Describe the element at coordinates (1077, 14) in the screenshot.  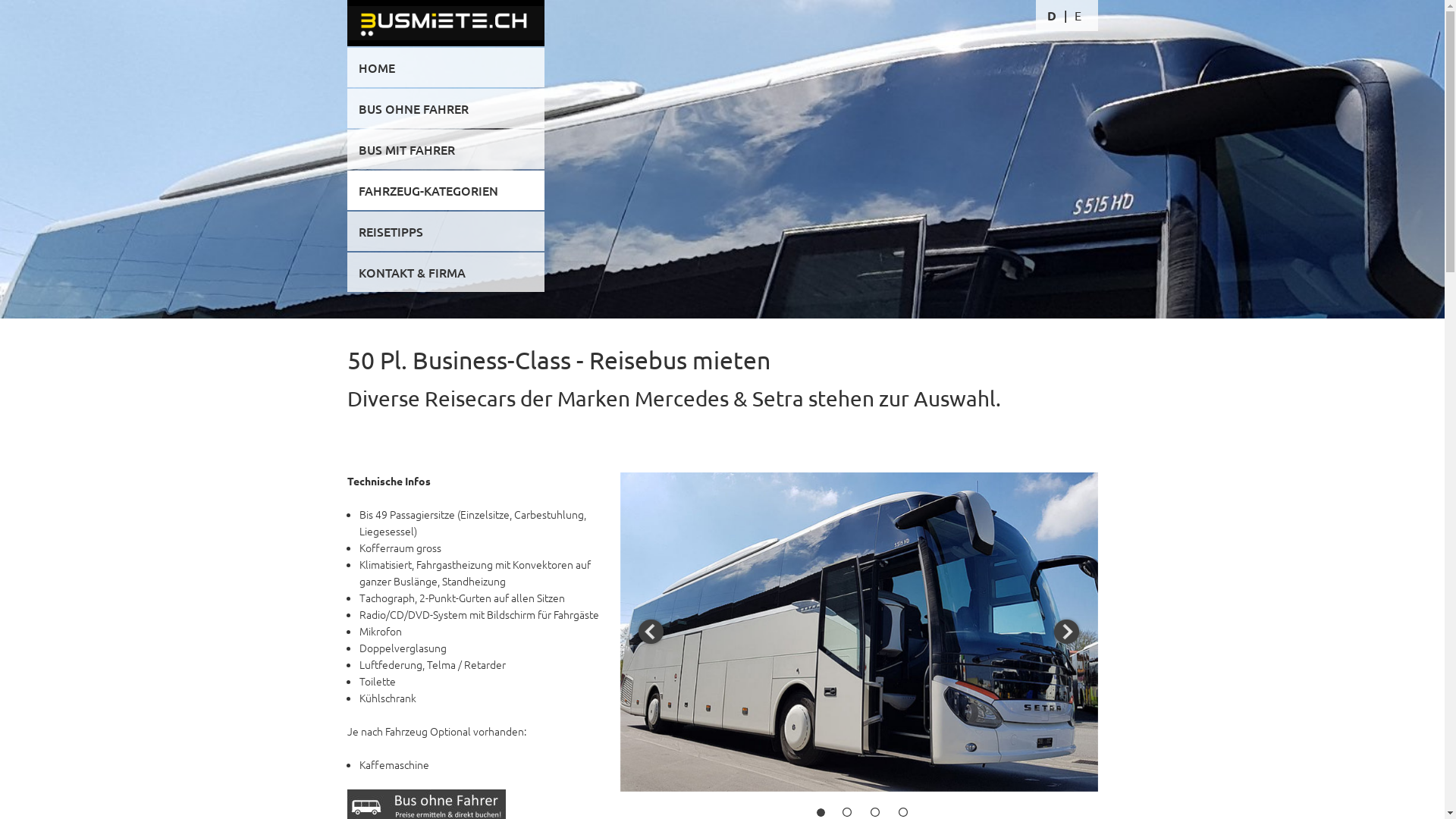
I see `'E'` at that location.